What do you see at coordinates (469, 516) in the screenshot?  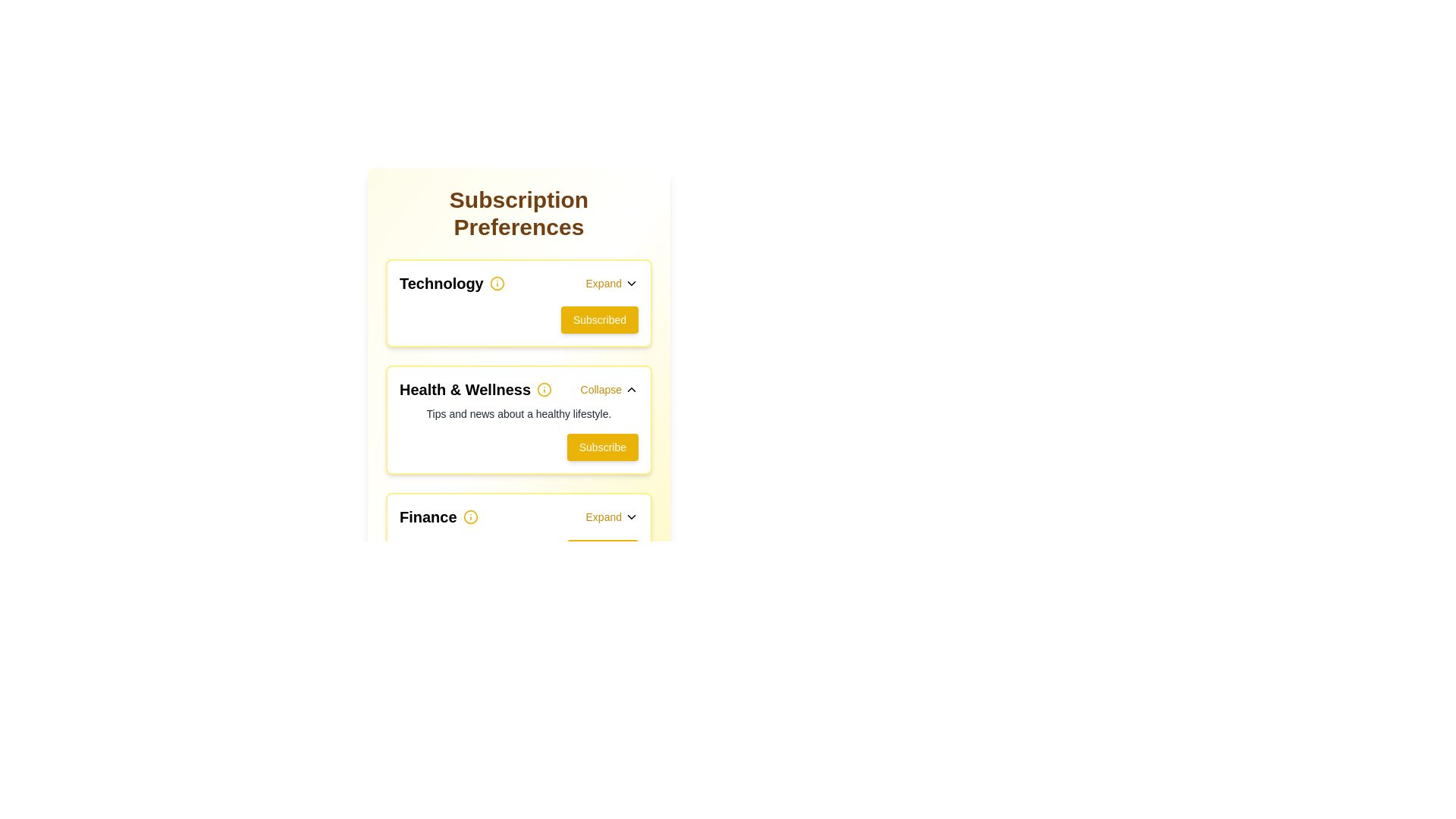 I see `the circular icon with a yellow outline and exclamation mark located to the right of the 'Finance' text in the subscription preferences section` at bounding box center [469, 516].